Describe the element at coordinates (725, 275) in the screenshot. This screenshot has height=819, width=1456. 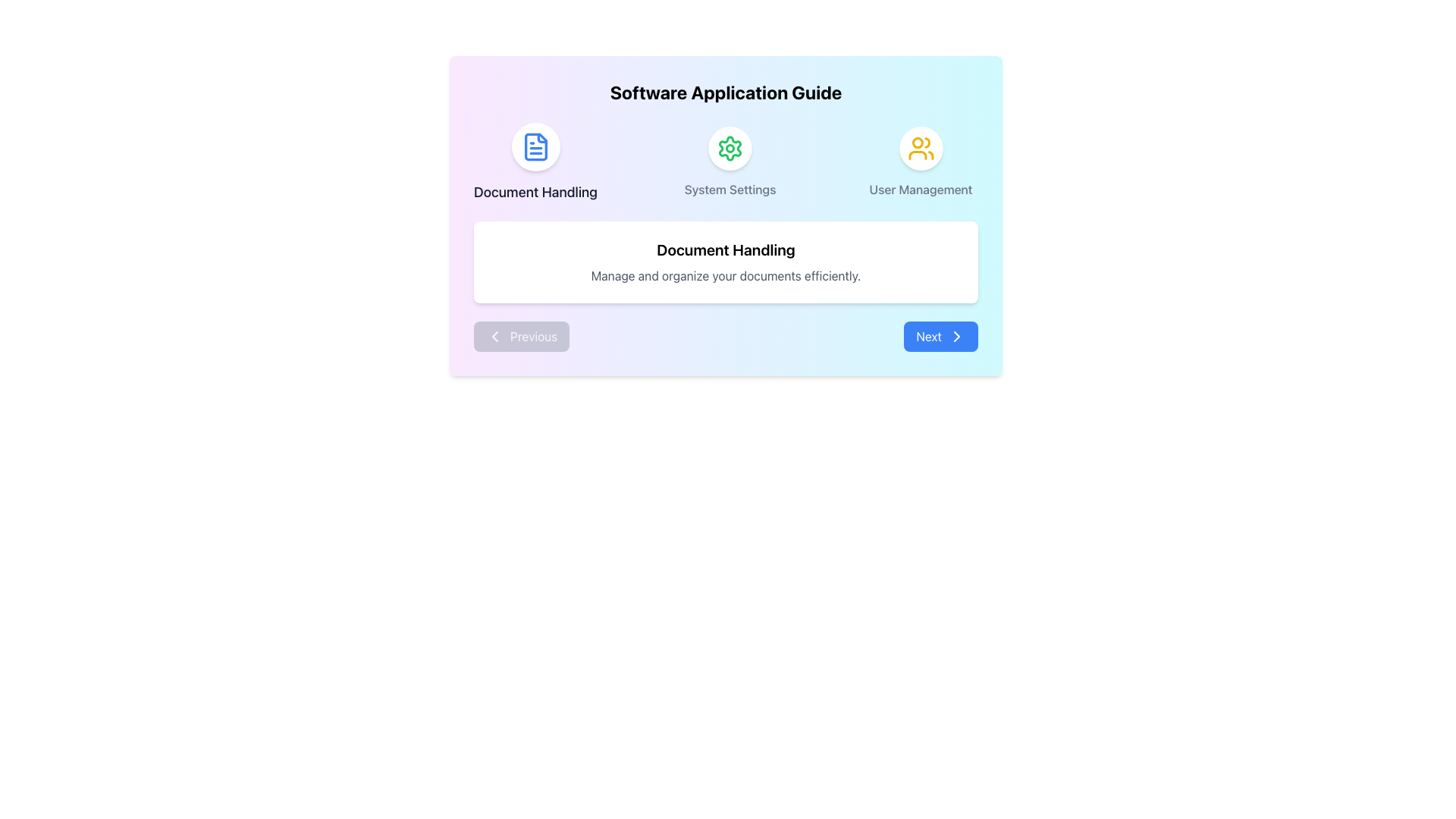
I see `text block that contains the message 'Manage and organize your documents efficiently.' located beneath the title 'Document Handling' within the white rectangular card` at that location.